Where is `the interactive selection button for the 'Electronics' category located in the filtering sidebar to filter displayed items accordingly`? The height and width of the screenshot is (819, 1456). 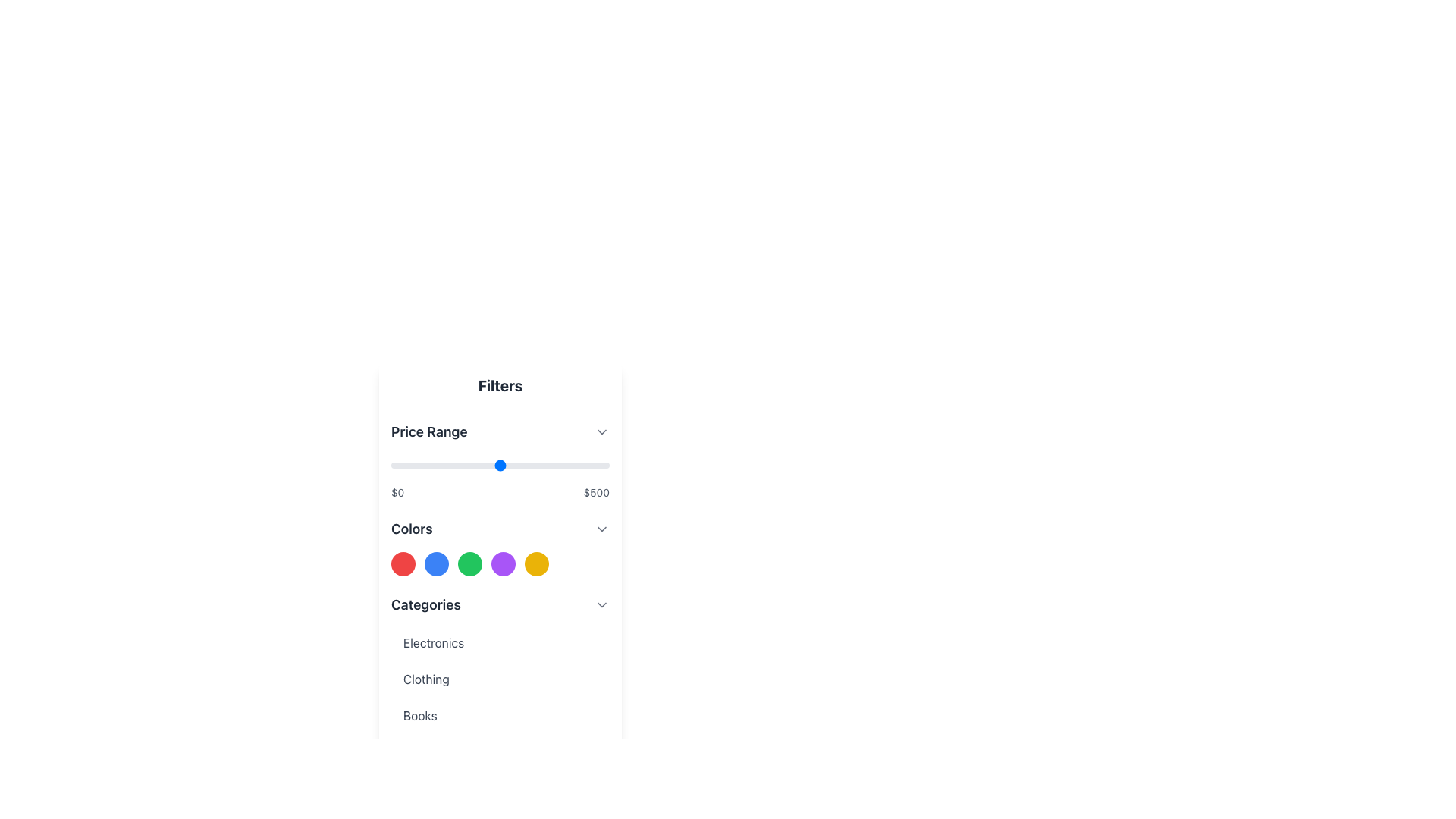
the interactive selection button for the 'Electronics' category located in the filtering sidebar to filter displayed items accordingly is located at coordinates (500, 643).